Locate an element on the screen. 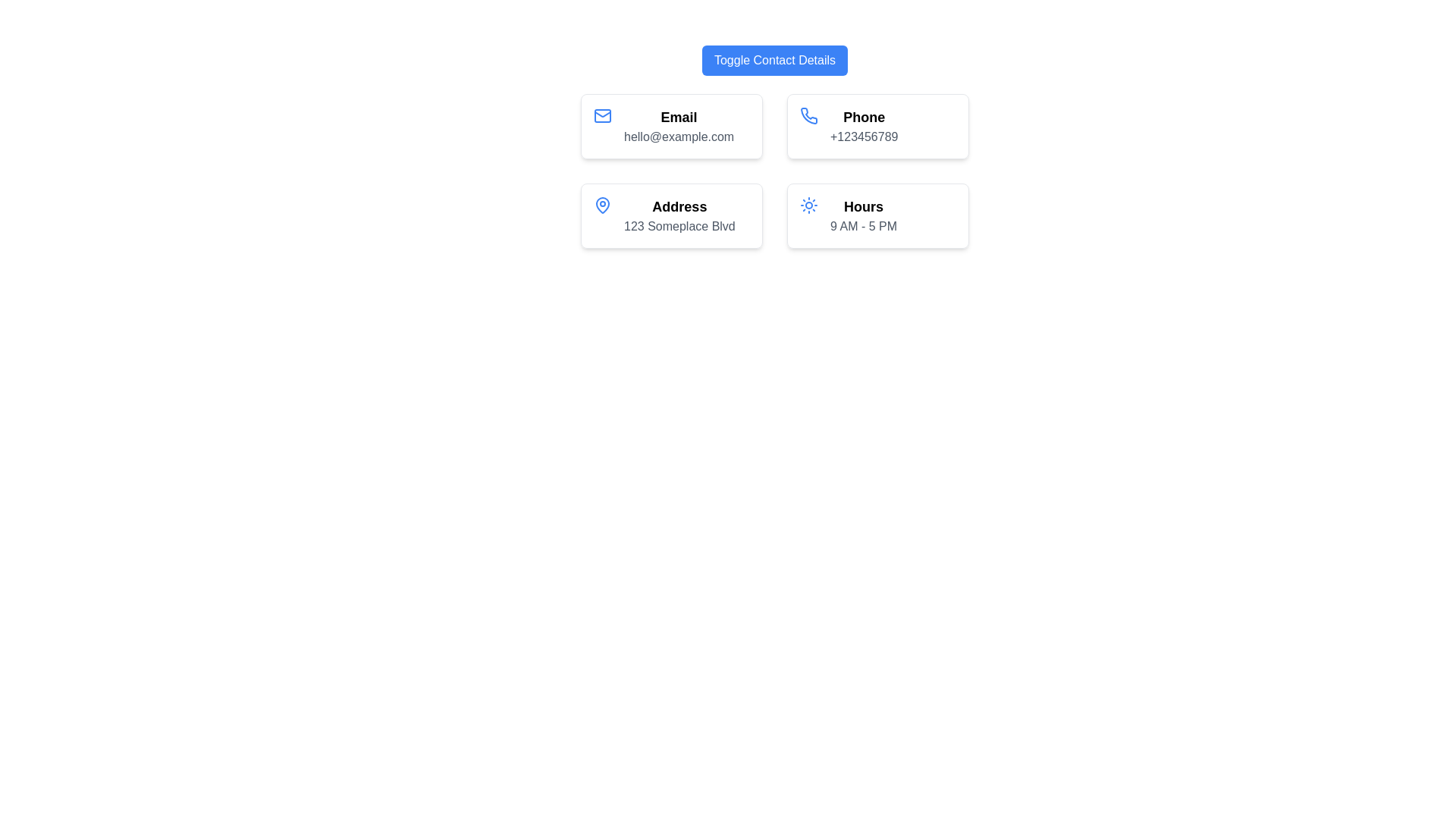 This screenshot has height=819, width=1456. the blue outlined phone icon located in the 'Phone' section of the contact details interface, positioned on the left side of the 'Phone' card is located at coordinates (808, 115).